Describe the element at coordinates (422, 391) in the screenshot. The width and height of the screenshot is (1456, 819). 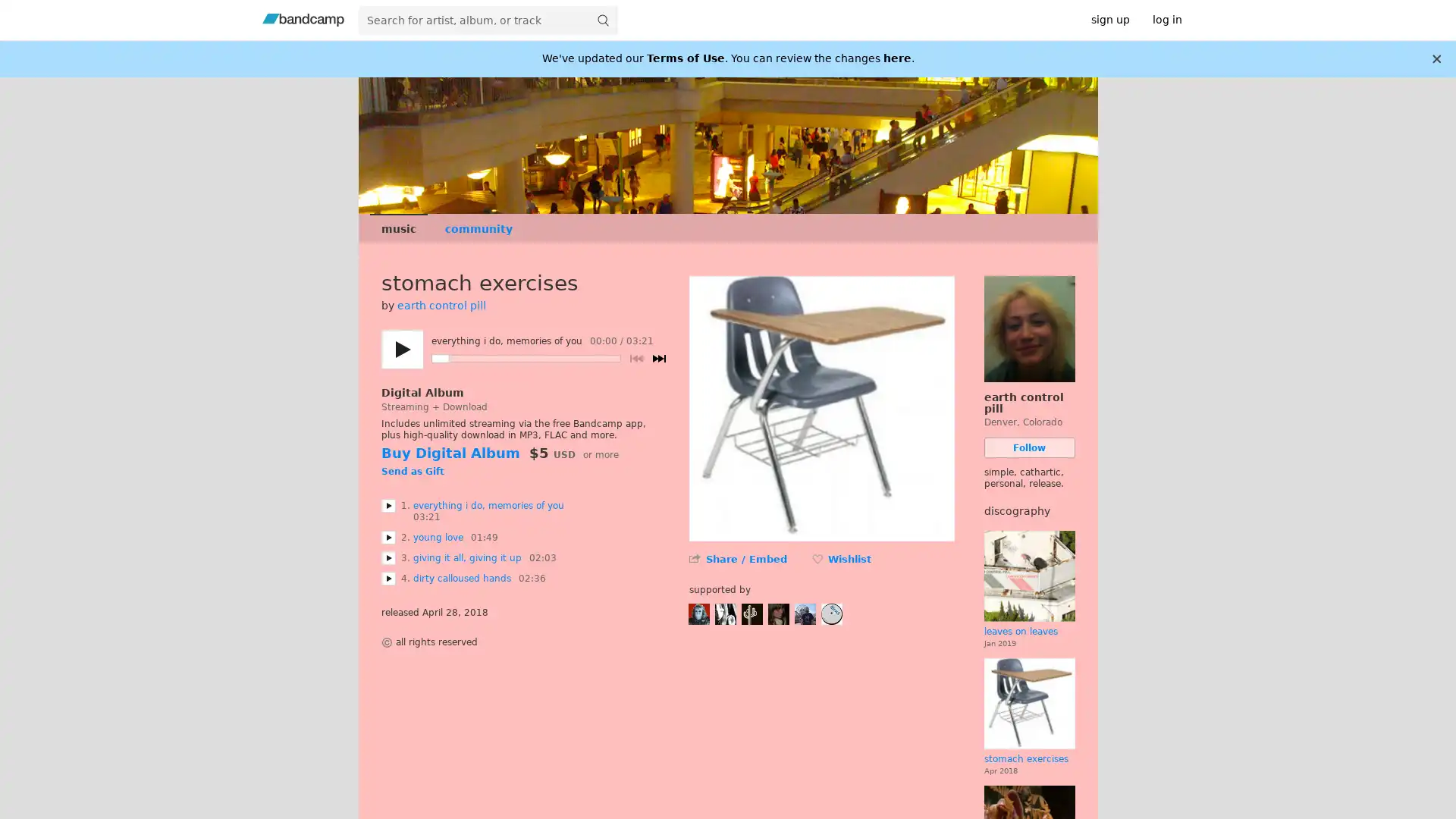
I see `Digital Album` at that location.